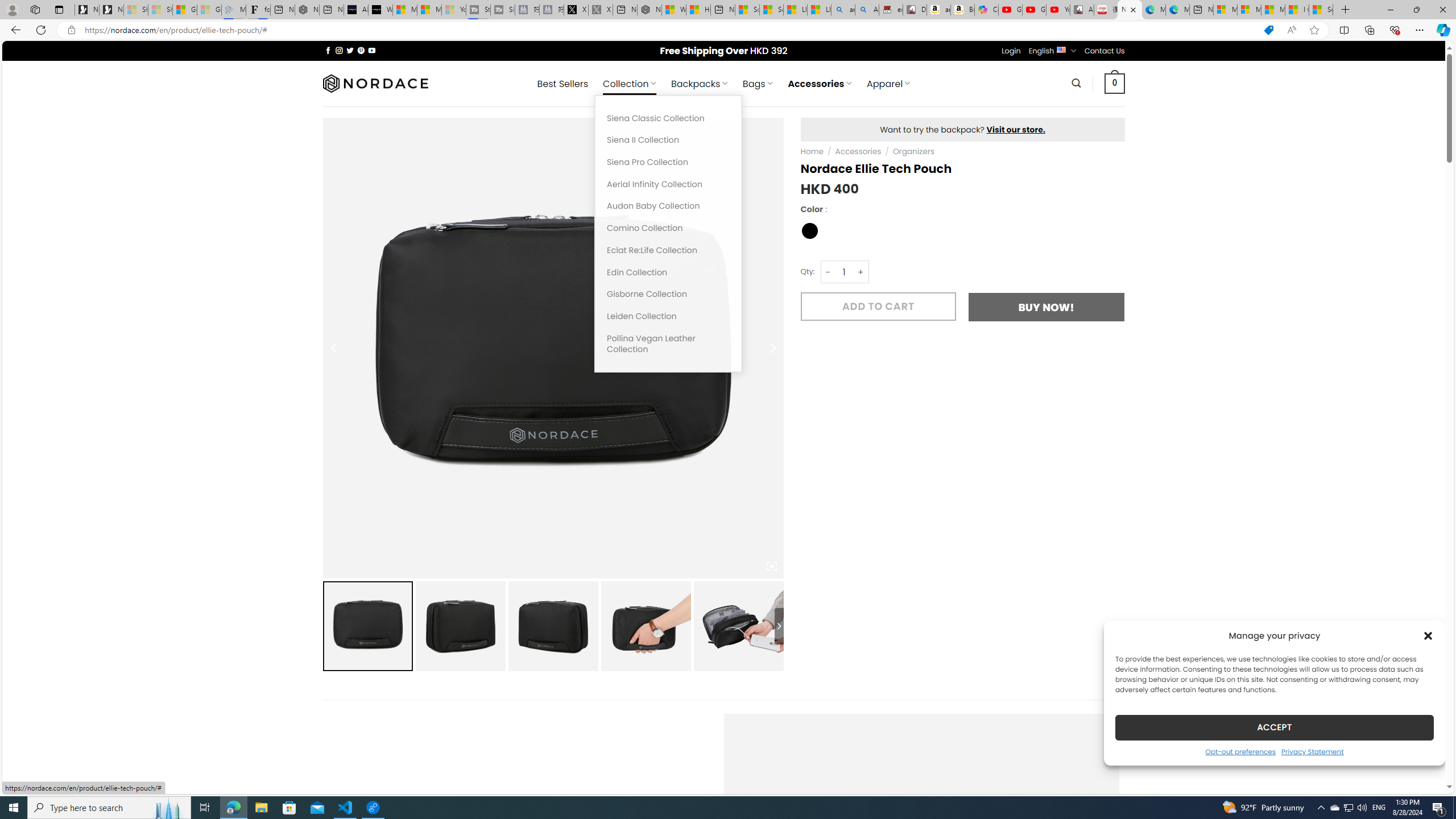 Image resolution: width=1456 pixels, height=819 pixels. Describe the element at coordinates (1428, 635) in the screenshot. I see `'Class: cmplz-close'` at that location.